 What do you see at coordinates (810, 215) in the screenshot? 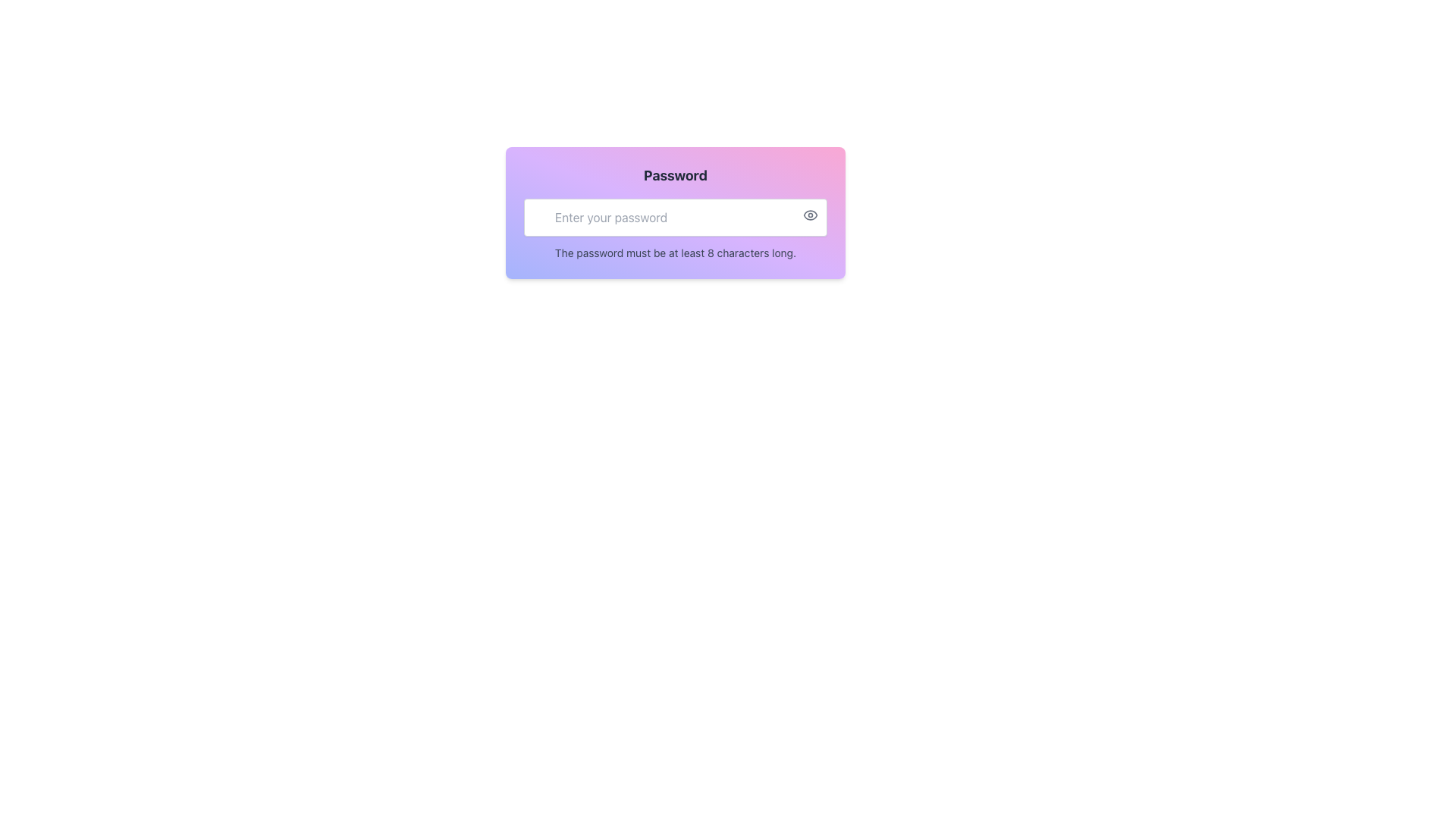
I see `the eye icon button located at the top-right corner of the password input field` at bounding box center [810, 215].